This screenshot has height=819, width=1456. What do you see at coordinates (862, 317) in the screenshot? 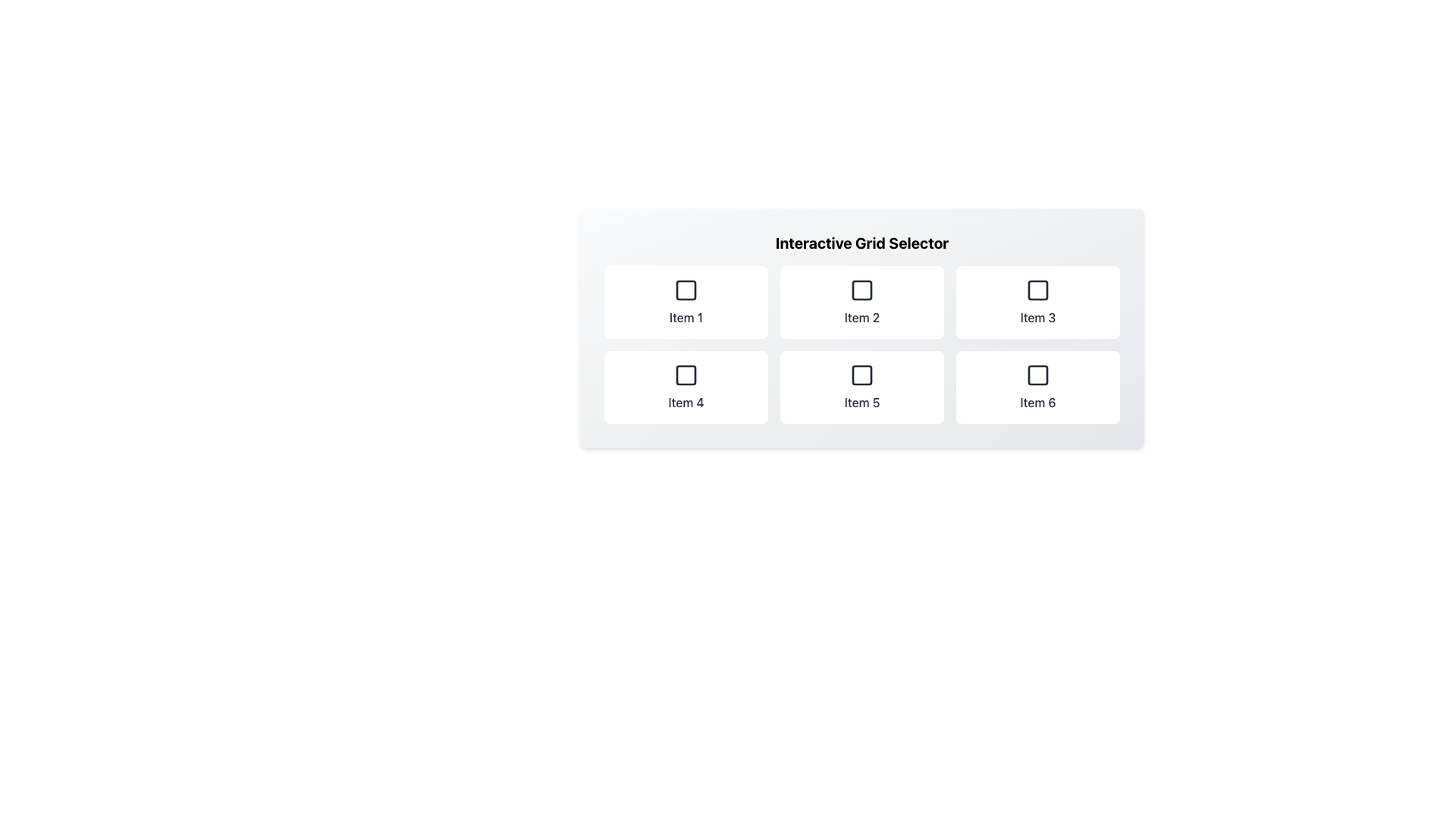
I see `the 'Item 2' text label, which is centrally positioned below a graphical icon in the second card of the grid, featuring a medium-weight font and a white background with rounded edges` at bounding box center [862, 317].